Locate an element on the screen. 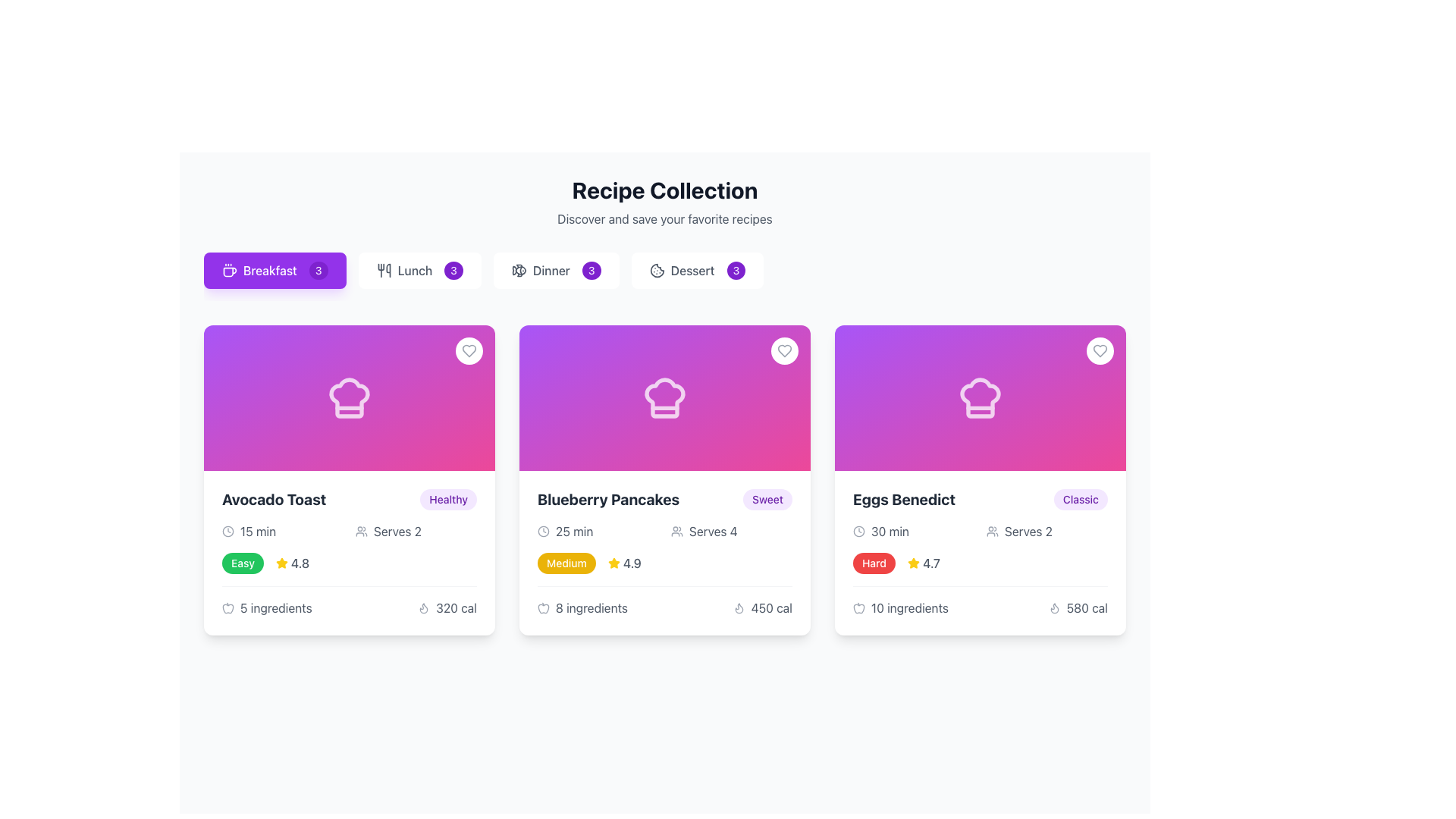 This screenshot has width=1456, height=819. the rating display icon and text pair on the 'Eggs Benedict' recipe card is located at coordinates (923, 563).